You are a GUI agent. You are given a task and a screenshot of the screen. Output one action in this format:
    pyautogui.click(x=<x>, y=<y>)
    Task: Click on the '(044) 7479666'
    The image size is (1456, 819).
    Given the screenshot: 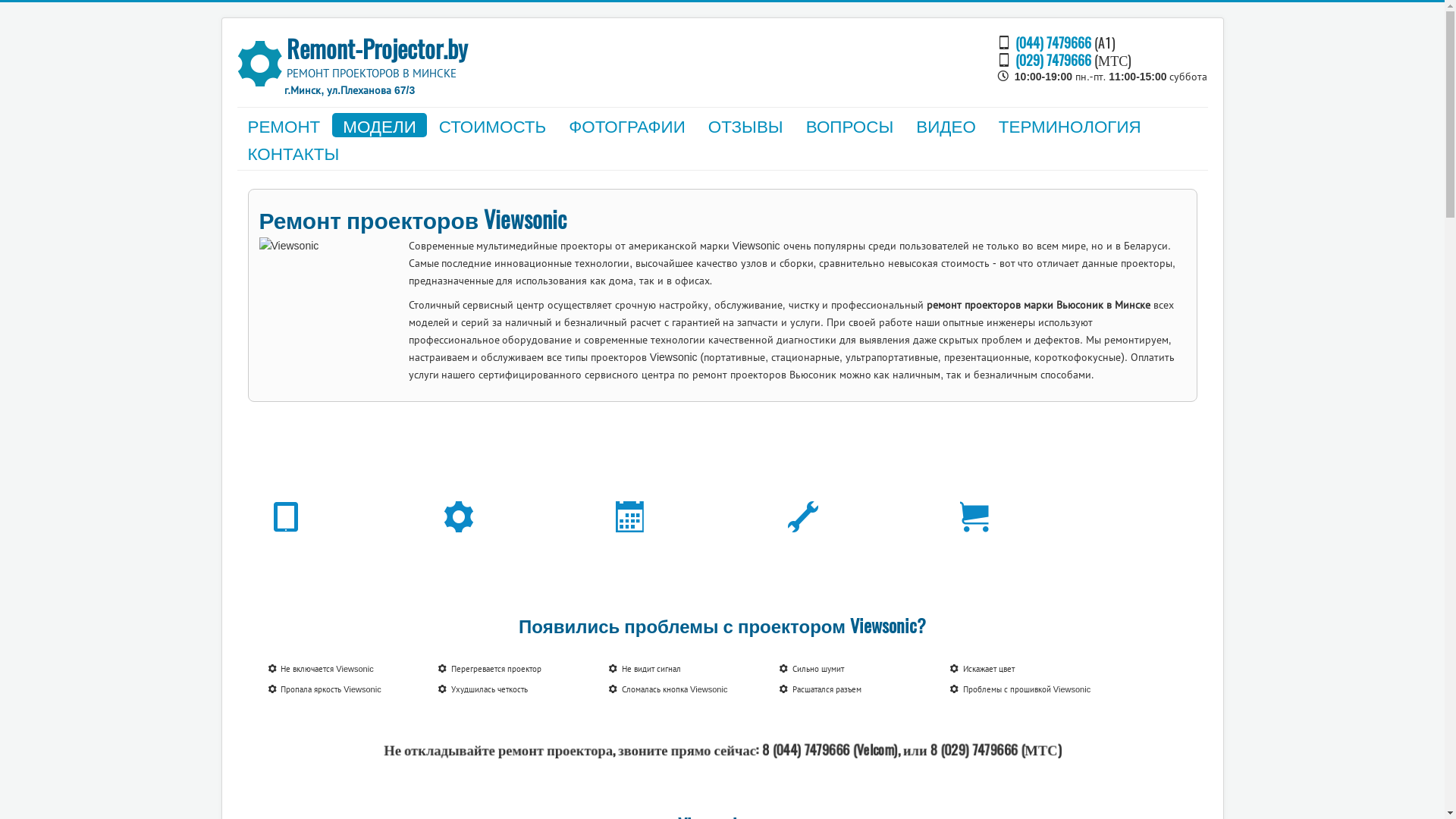 What is the action you would take?
    pyautogui.click(x=1052, y=41)
    